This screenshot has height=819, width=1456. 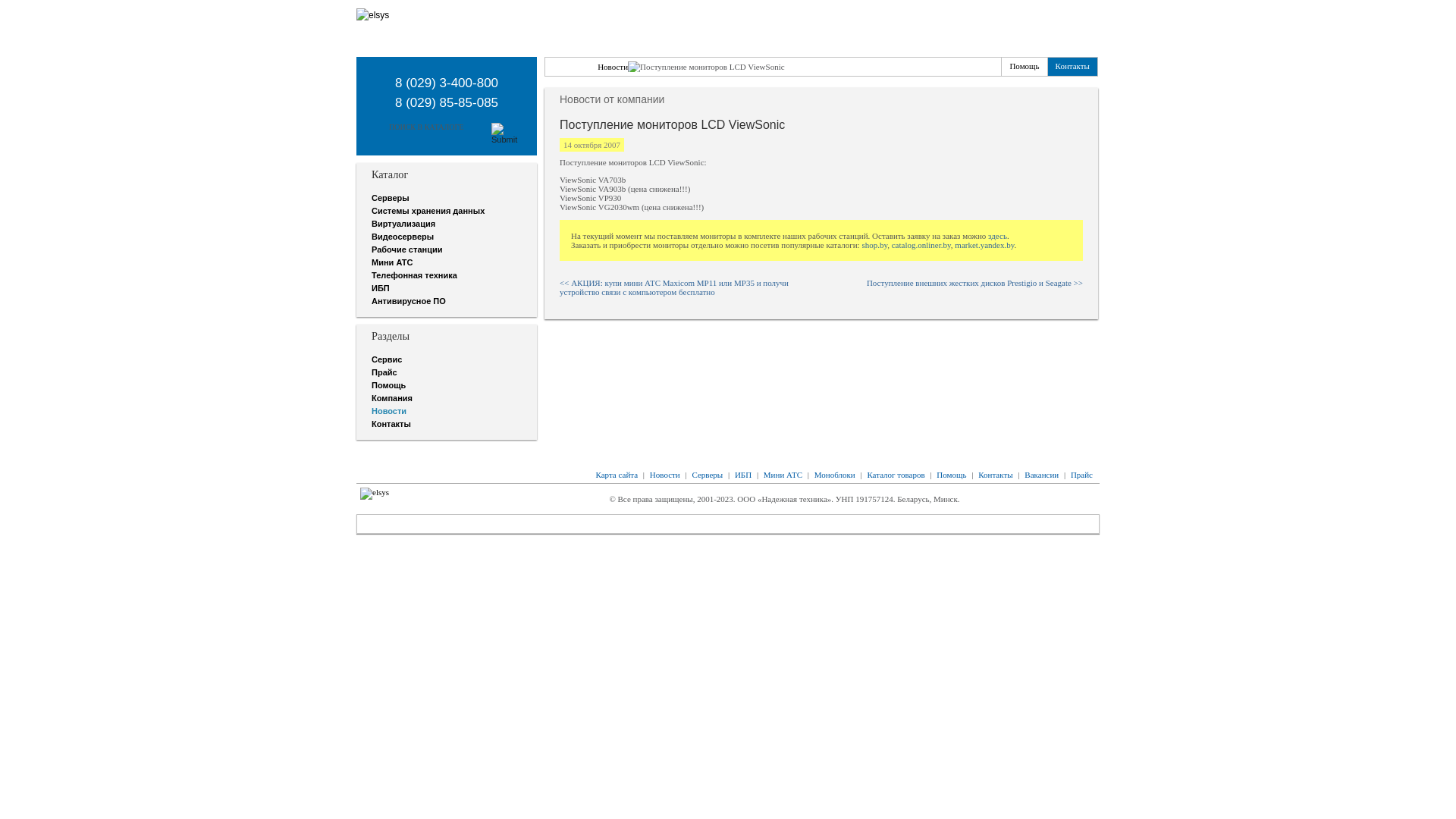 I want to click on 'catalog.onliner.by', so click(x=920, y=244).